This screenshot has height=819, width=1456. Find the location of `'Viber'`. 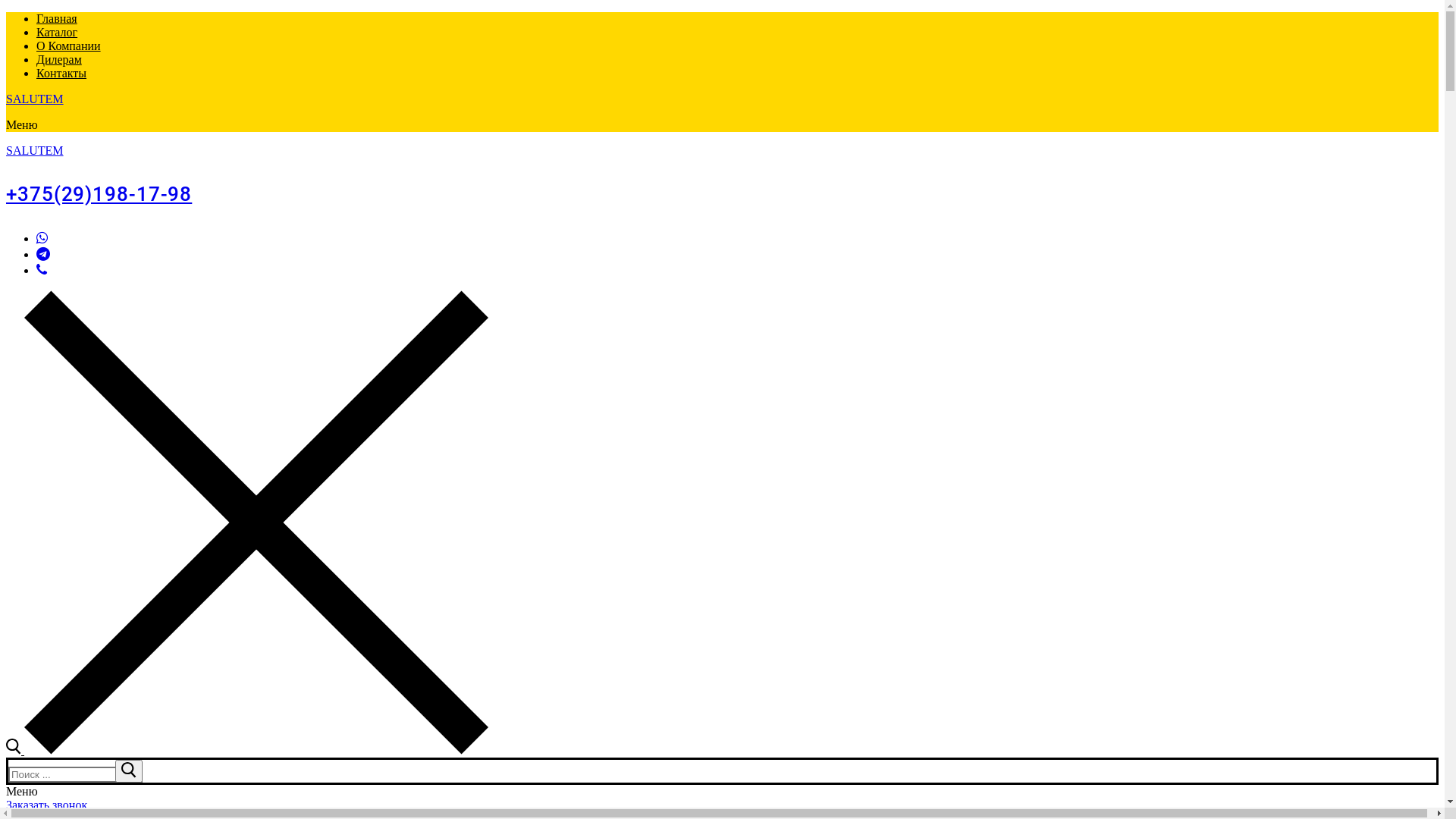

'Viber' is located at coordinates (41, 268).